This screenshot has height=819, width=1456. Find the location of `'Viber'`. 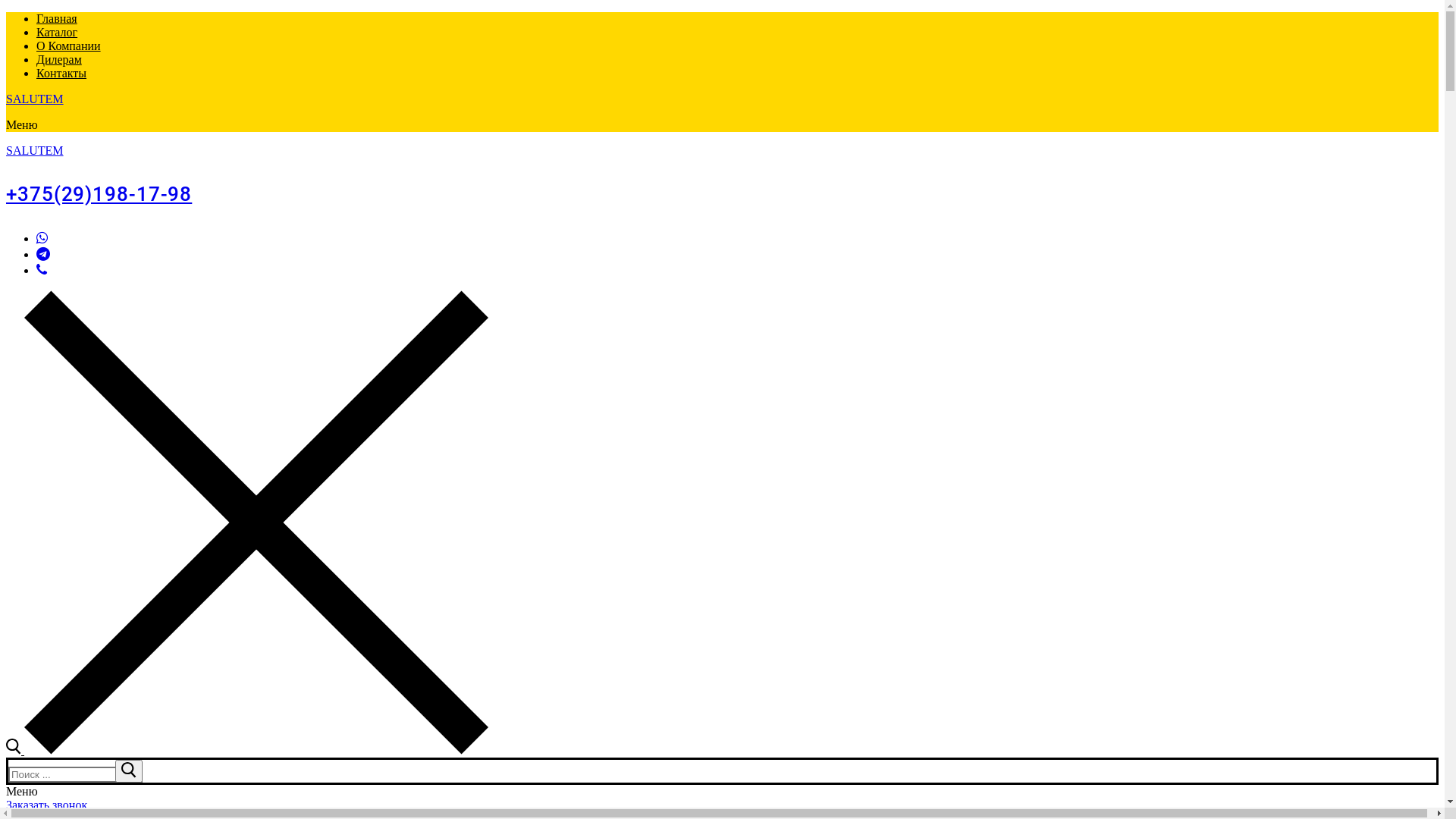

'Viber' is located at coordinates (41, 268).